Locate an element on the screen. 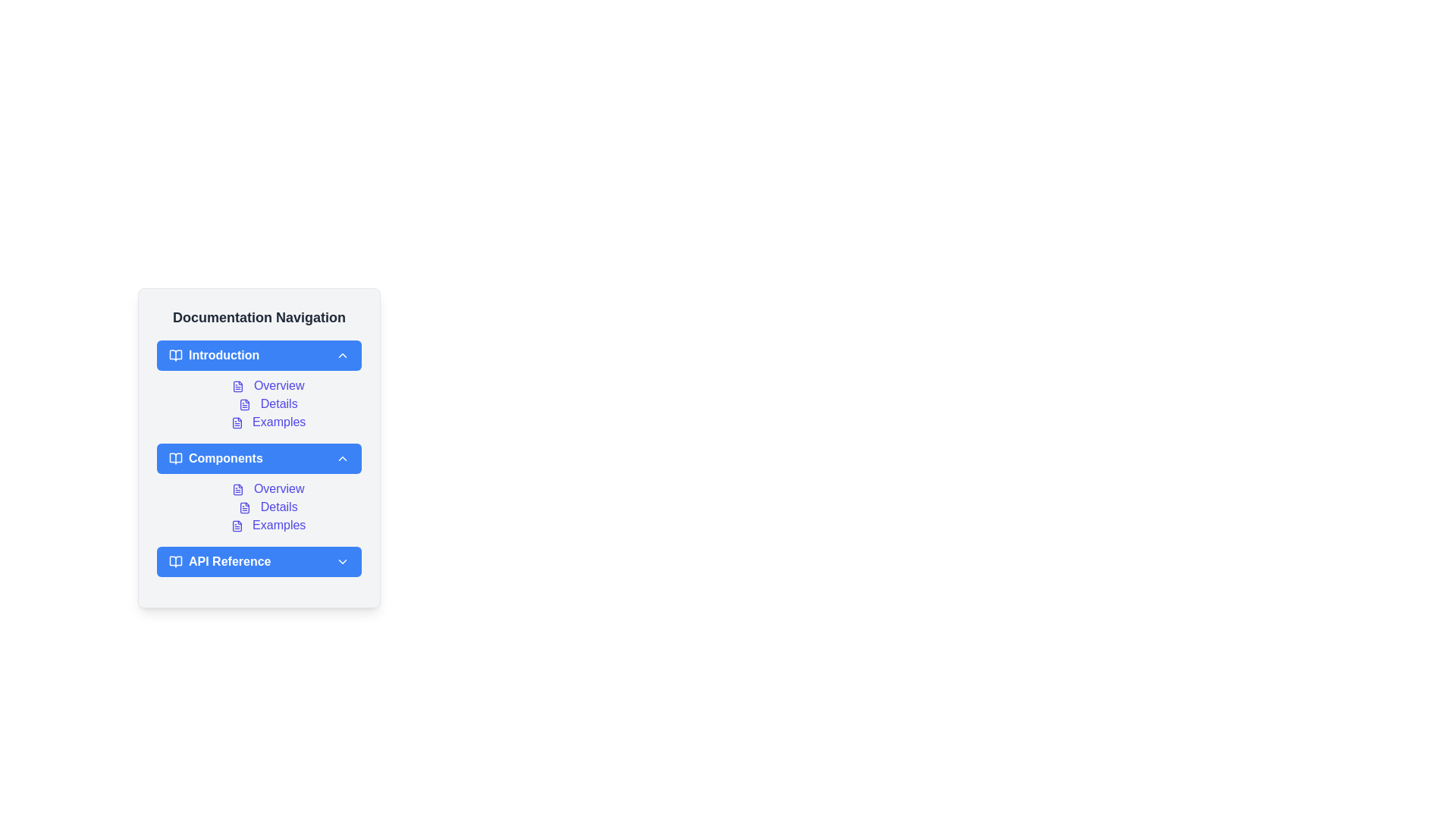 This screenshot has height=819, width=1456. the small open book icon located to the left of the text 'API Reference' in the navigation menu is located at coordinates (175, 561).